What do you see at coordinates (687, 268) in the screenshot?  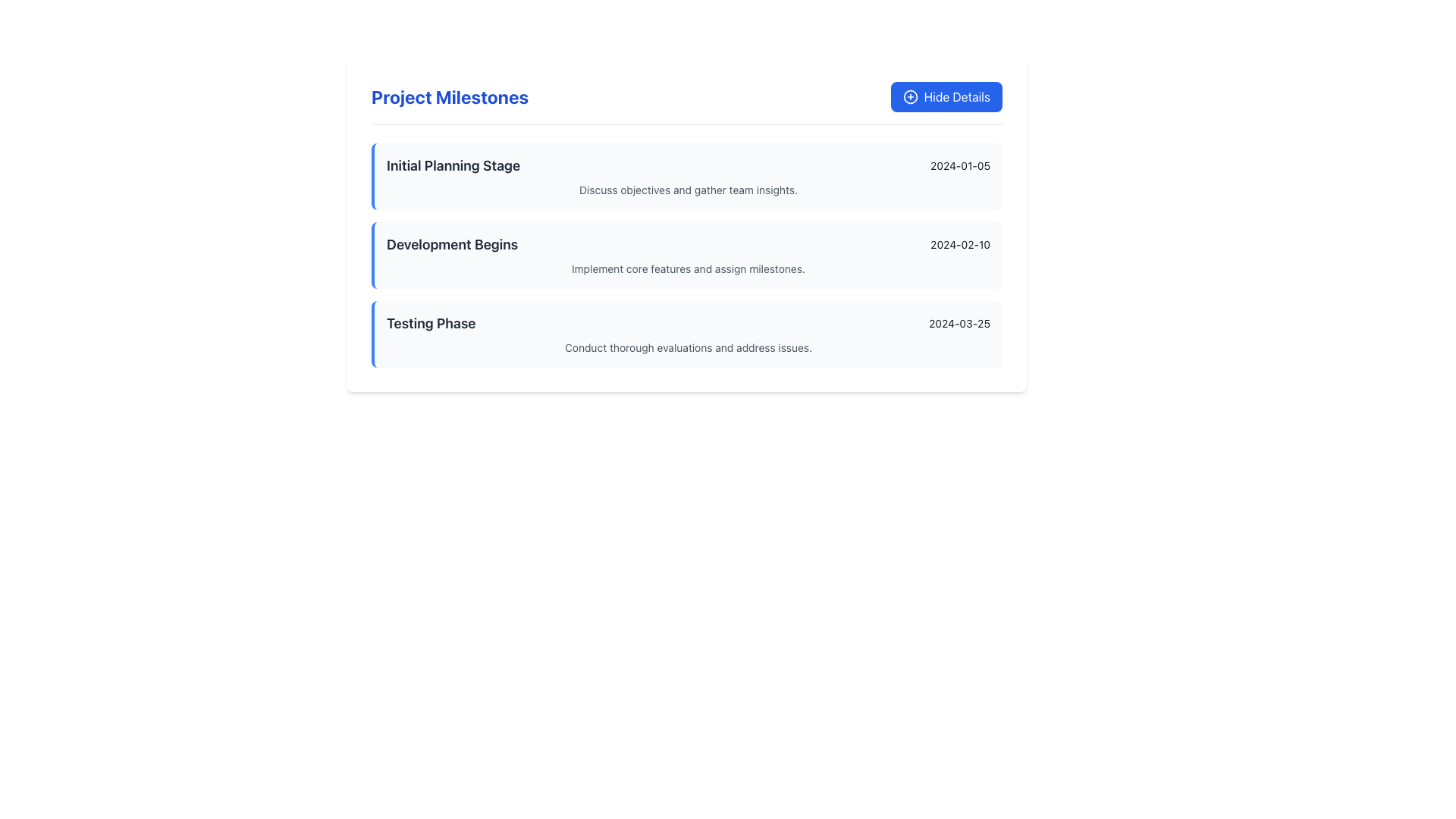 I see `the text component displaying the message 'Implement core features and assign milestones.' located in the second milestone card beneath the title 'Development Begins'` at bounding box center [687, 268].